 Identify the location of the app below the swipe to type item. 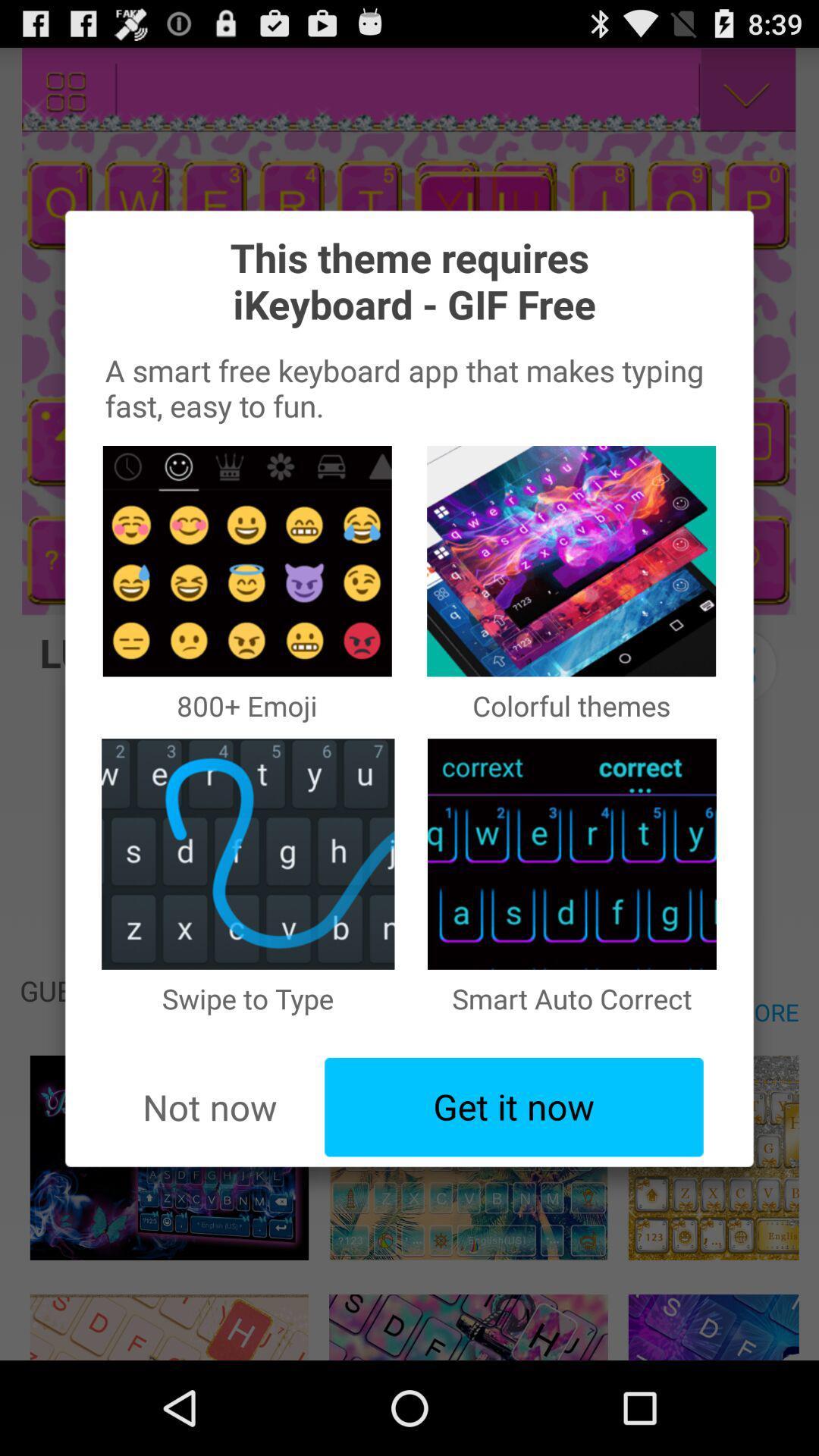
(209, 1107).